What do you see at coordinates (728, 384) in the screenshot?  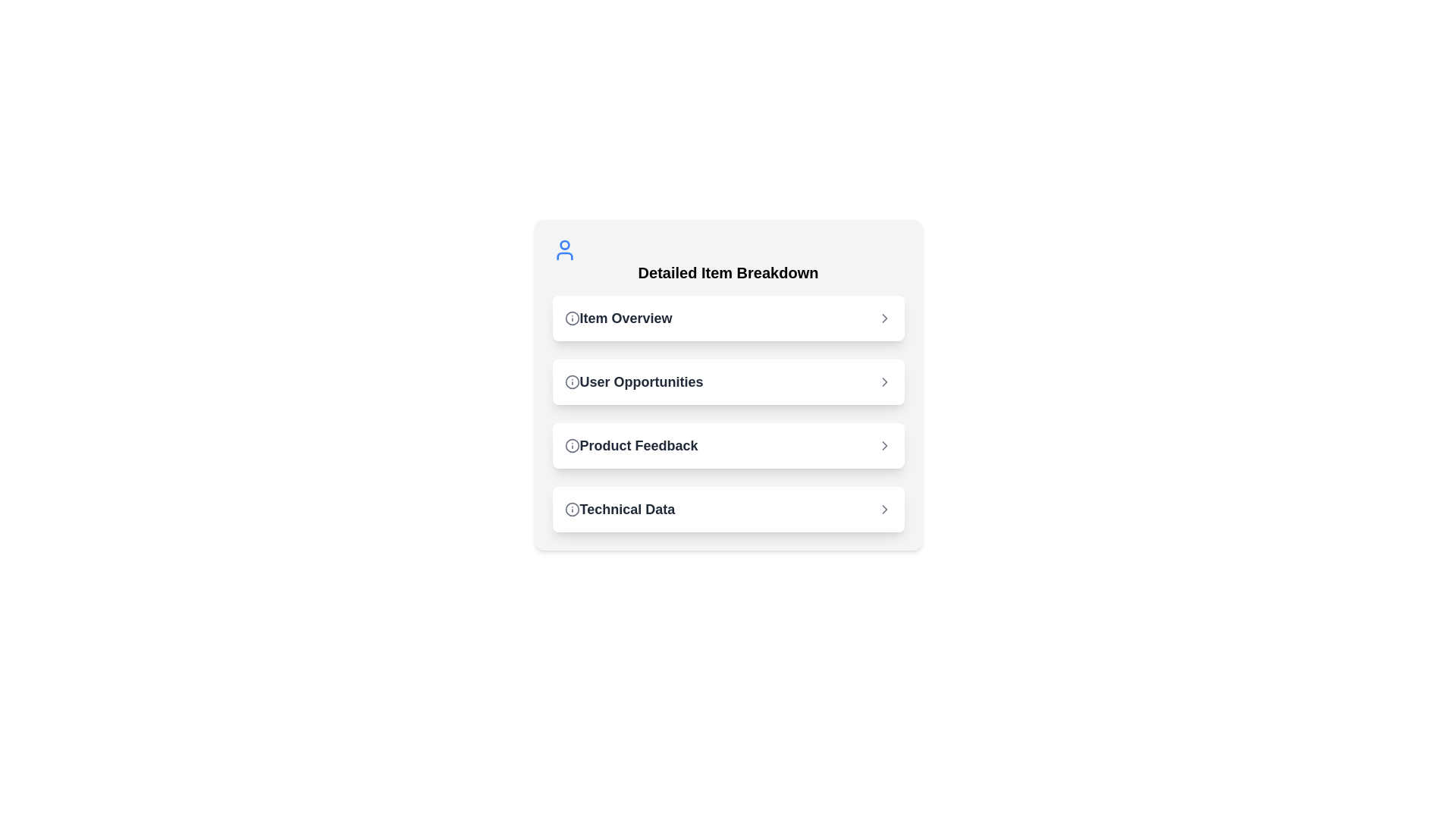 I see `the second menu item in the 'Detailed Item Breakdown' card titled 'User Opportunities'` at bounding box center [728, 384].